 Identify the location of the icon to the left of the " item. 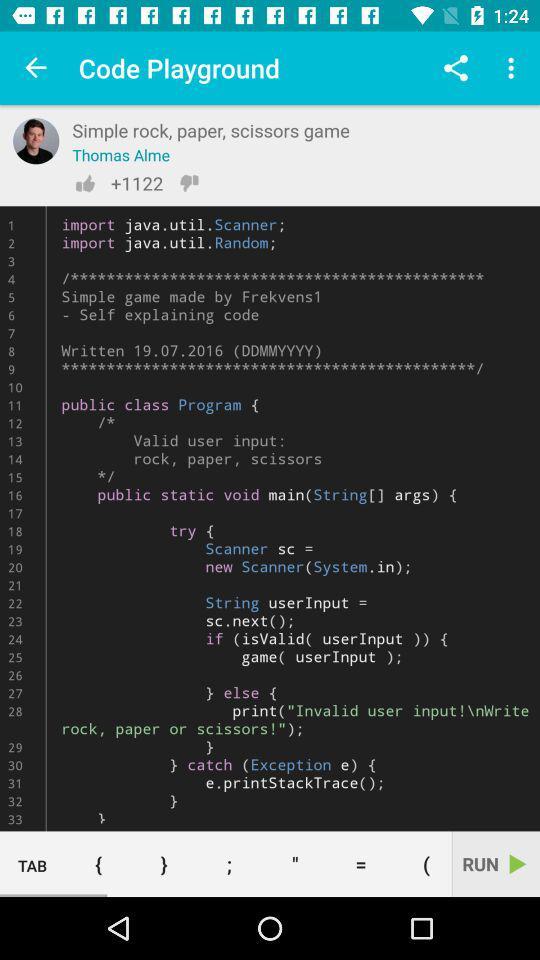
(228, 863).